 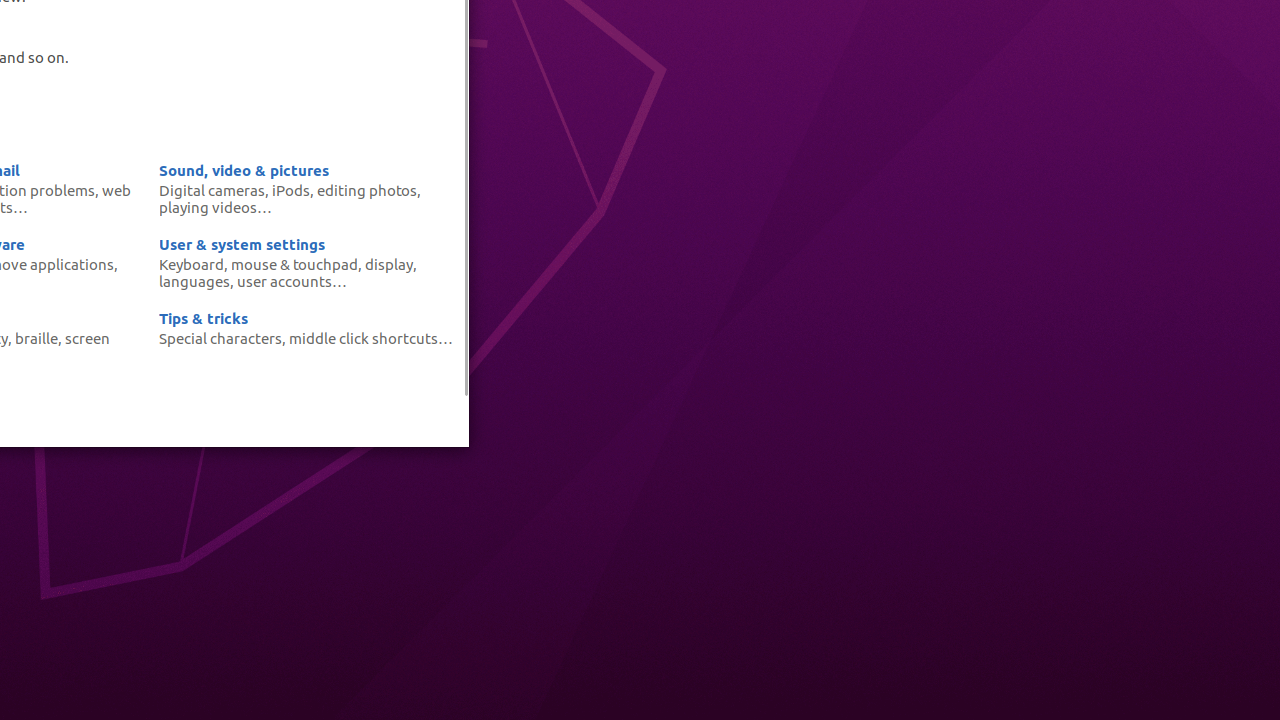 What do you see at coordinates (363, 336) in the screenshot?
I see `'middle click shortcuts'` at bounding box center [363, 336].